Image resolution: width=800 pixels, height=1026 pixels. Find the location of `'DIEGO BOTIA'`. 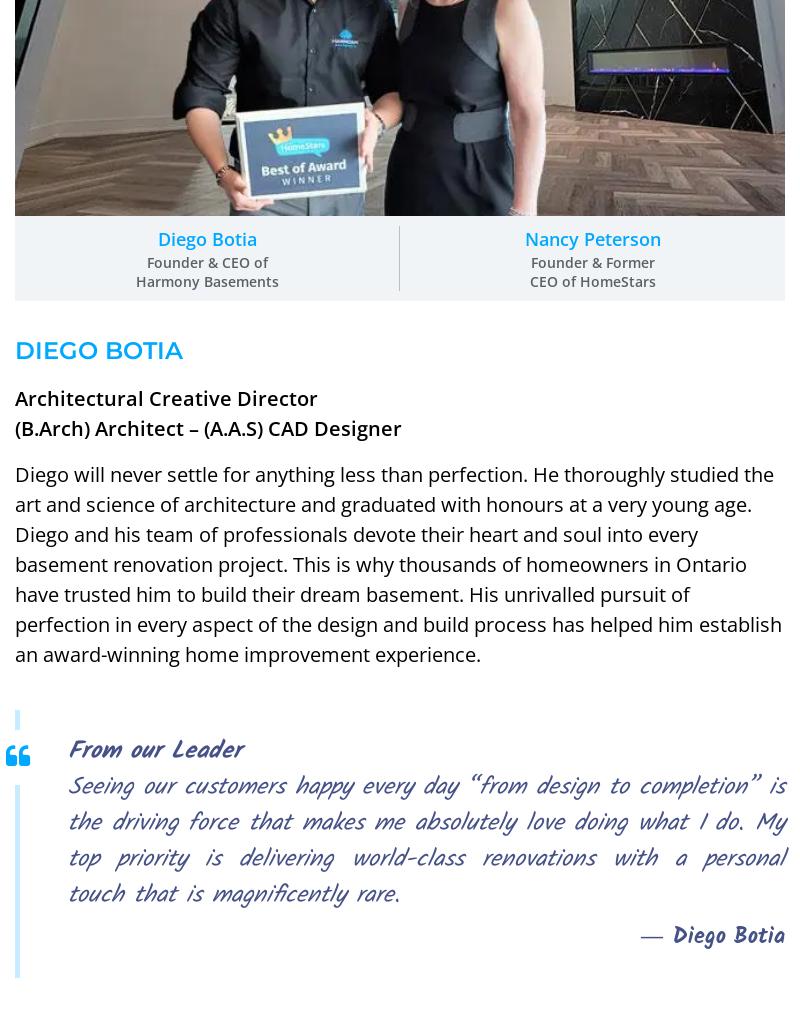

'DIEGO BOTIA' is located at coordinates (14, 349).